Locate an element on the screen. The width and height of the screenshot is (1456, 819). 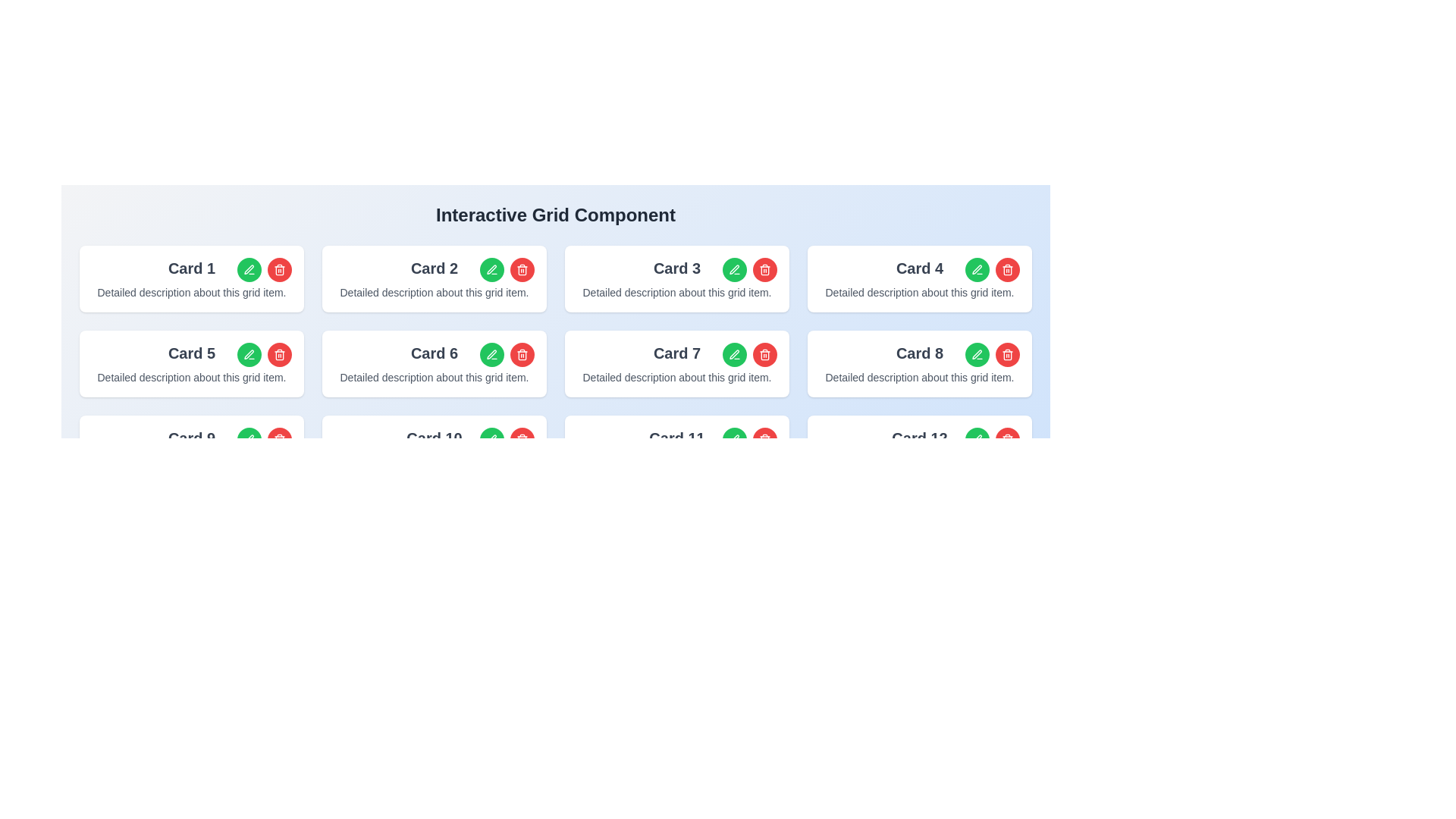
the edit button located at the top right corner of 'Card 1' is located at coordinates (249, 268).